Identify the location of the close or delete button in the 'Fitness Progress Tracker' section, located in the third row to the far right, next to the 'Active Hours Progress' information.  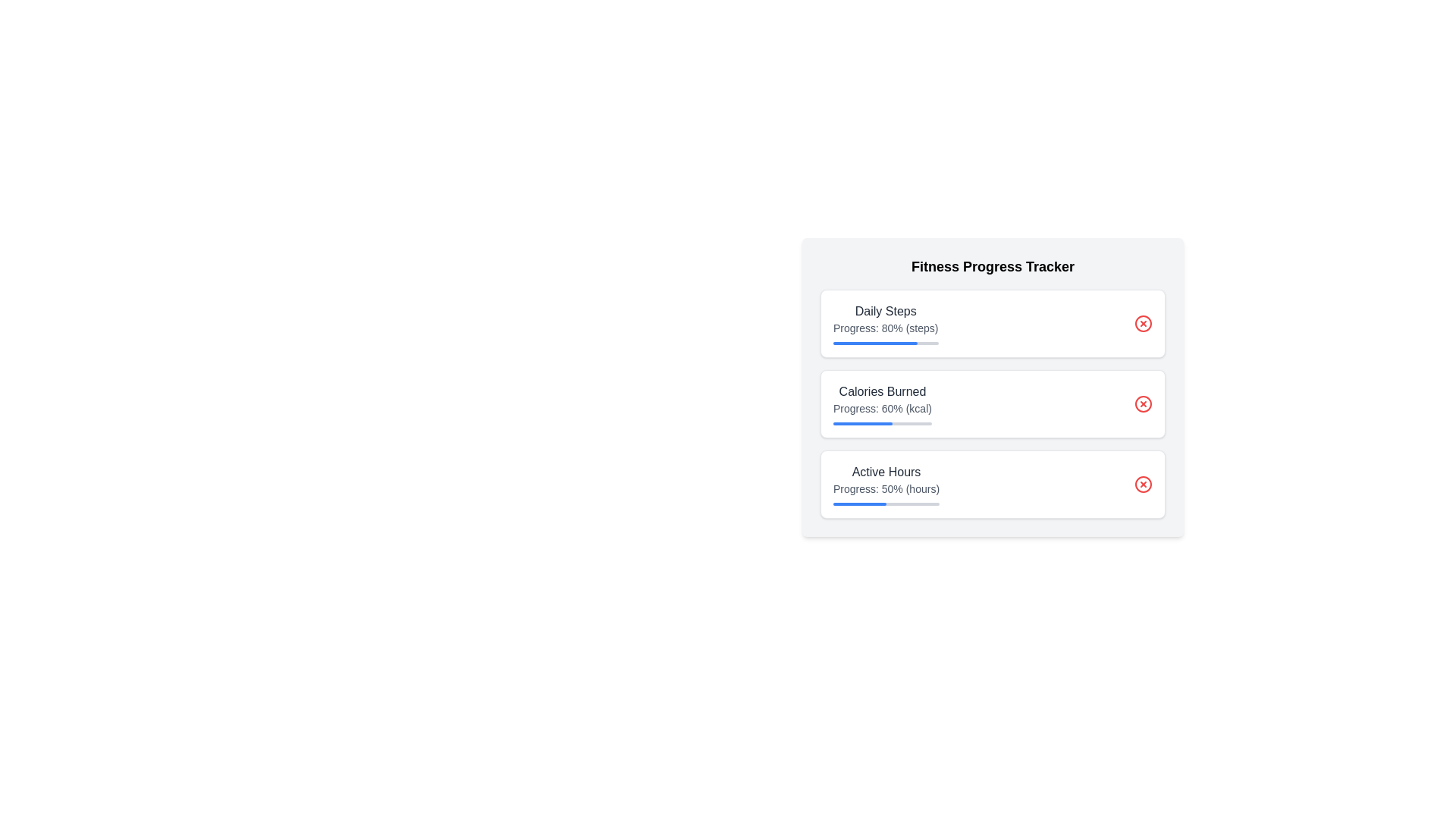
(1143, 485).